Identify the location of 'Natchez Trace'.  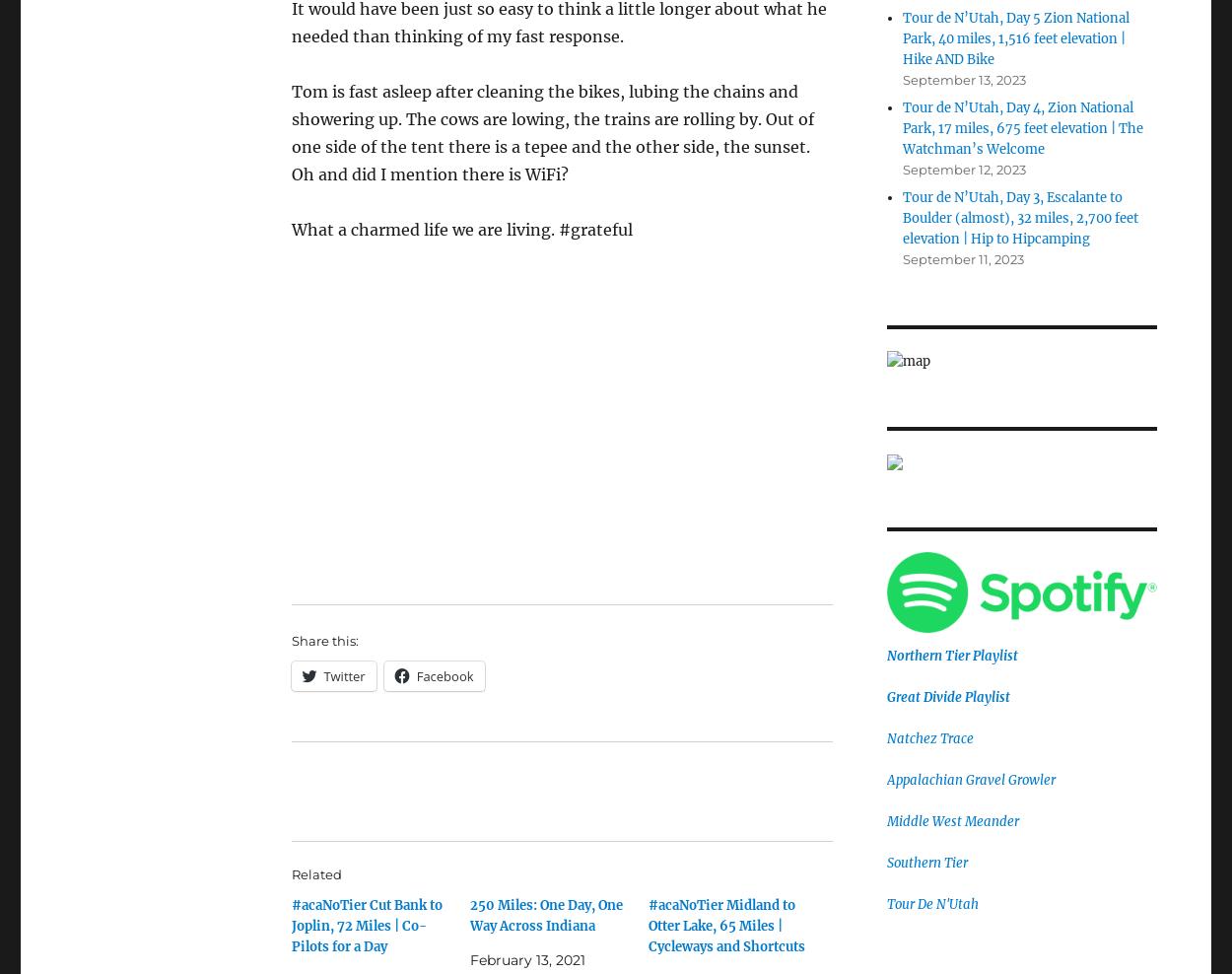
(928, 737).